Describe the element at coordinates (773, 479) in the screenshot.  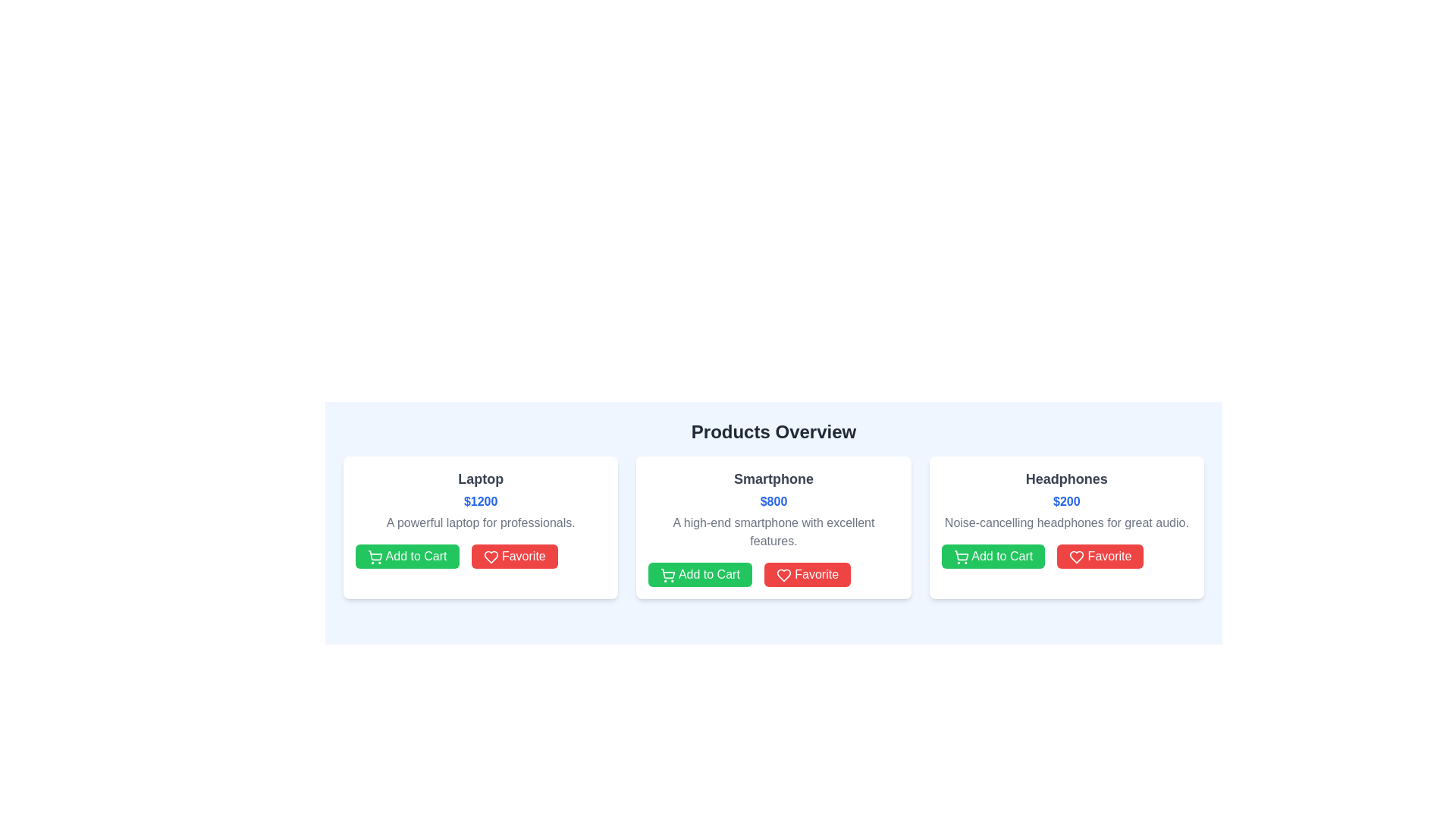
I see `the product title text label located in the central product card, positioned above the price and product description` at that location.